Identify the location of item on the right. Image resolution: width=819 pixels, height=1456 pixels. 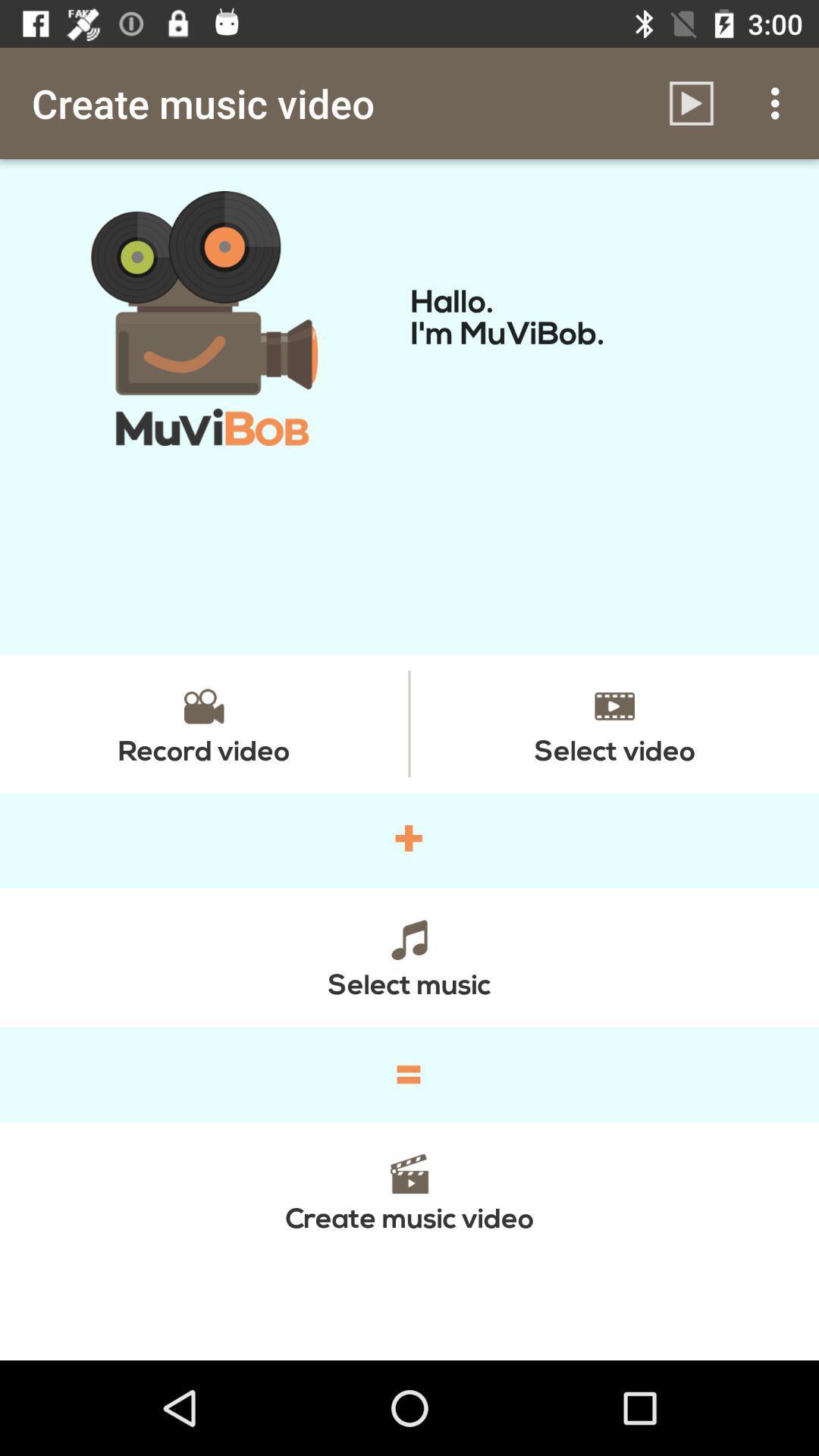
(614, 723).